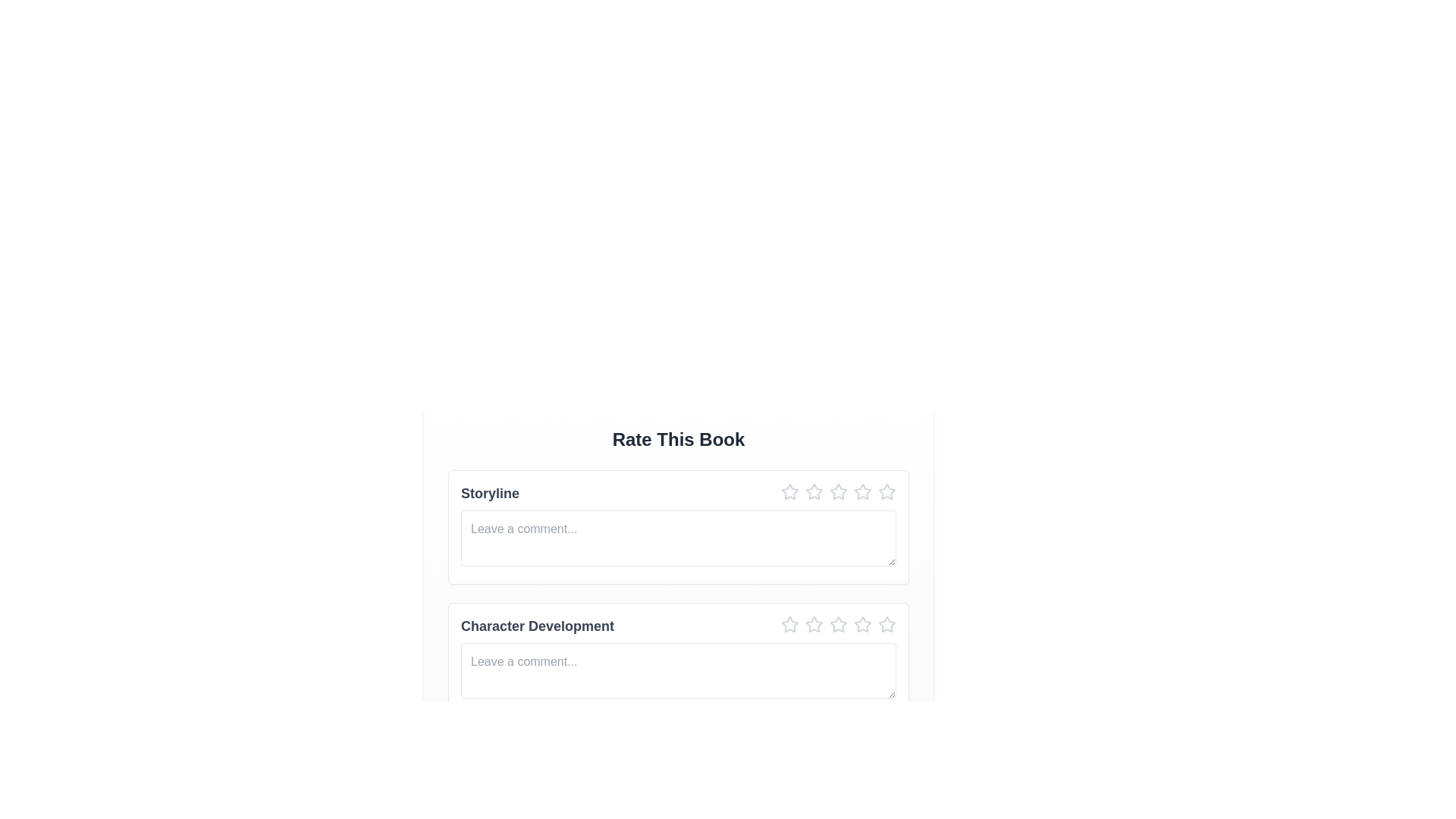 This screenshot has height=819, width=1456. Describe the element at coordinates (789, 625) in the screenshot. I see `the first star icon in the five-star rating system under the 'Rate This Book' header to assign a rating of 1 star` at that location.